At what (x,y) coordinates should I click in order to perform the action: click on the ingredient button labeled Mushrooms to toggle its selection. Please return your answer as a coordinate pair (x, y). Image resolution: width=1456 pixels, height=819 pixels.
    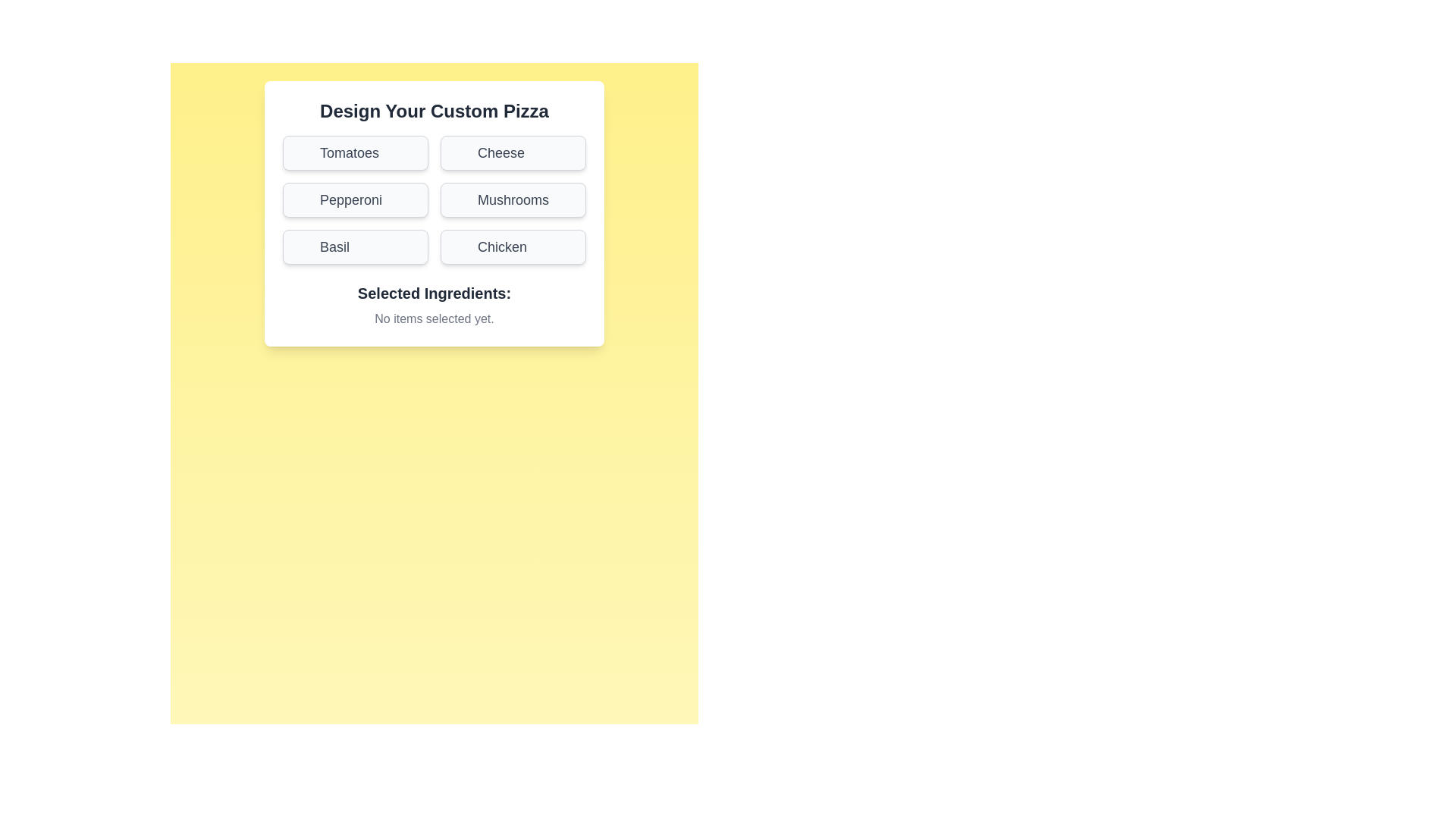
    Looking at the image, I should click on (513, 199).